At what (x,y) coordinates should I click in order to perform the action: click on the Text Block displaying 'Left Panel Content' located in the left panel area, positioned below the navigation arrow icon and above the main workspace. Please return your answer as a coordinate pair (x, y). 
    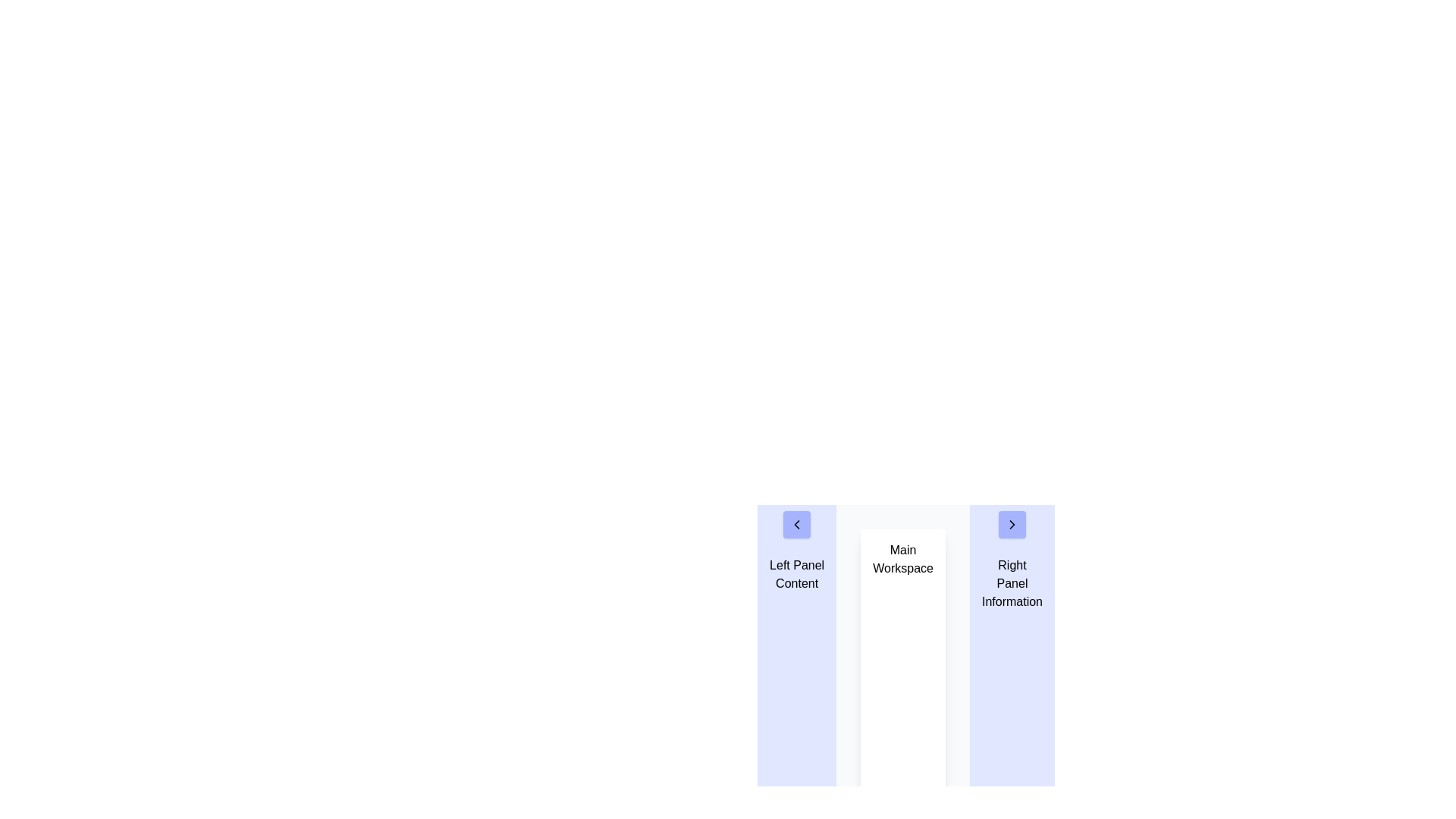
    Looking at the image, I should click on (796, 575).